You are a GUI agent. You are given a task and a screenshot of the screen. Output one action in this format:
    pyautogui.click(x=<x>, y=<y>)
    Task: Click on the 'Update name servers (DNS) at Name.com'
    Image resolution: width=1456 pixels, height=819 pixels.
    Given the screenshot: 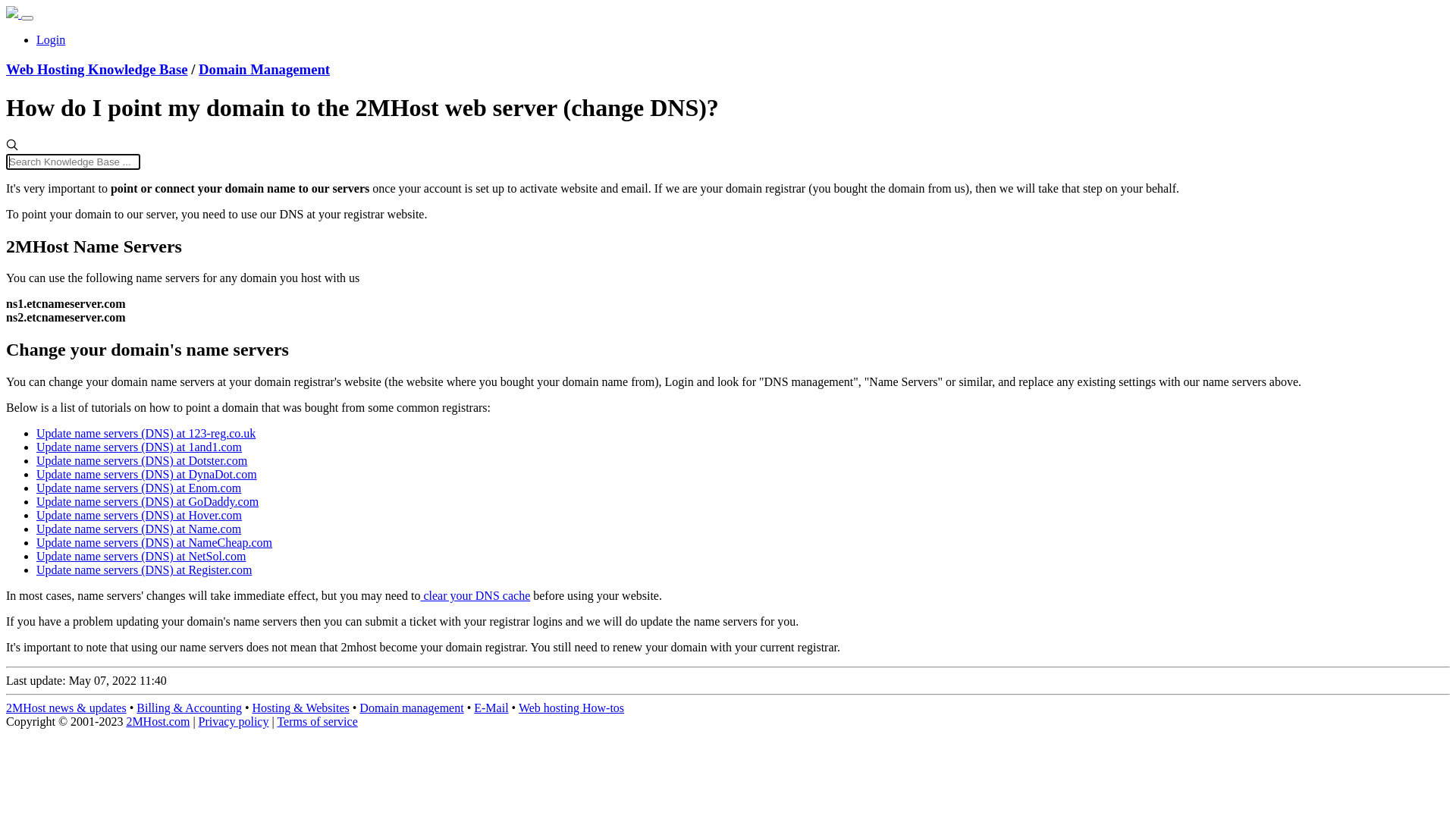 What is the action you would take?
    pyautogui.click(x=138, y=528)
    